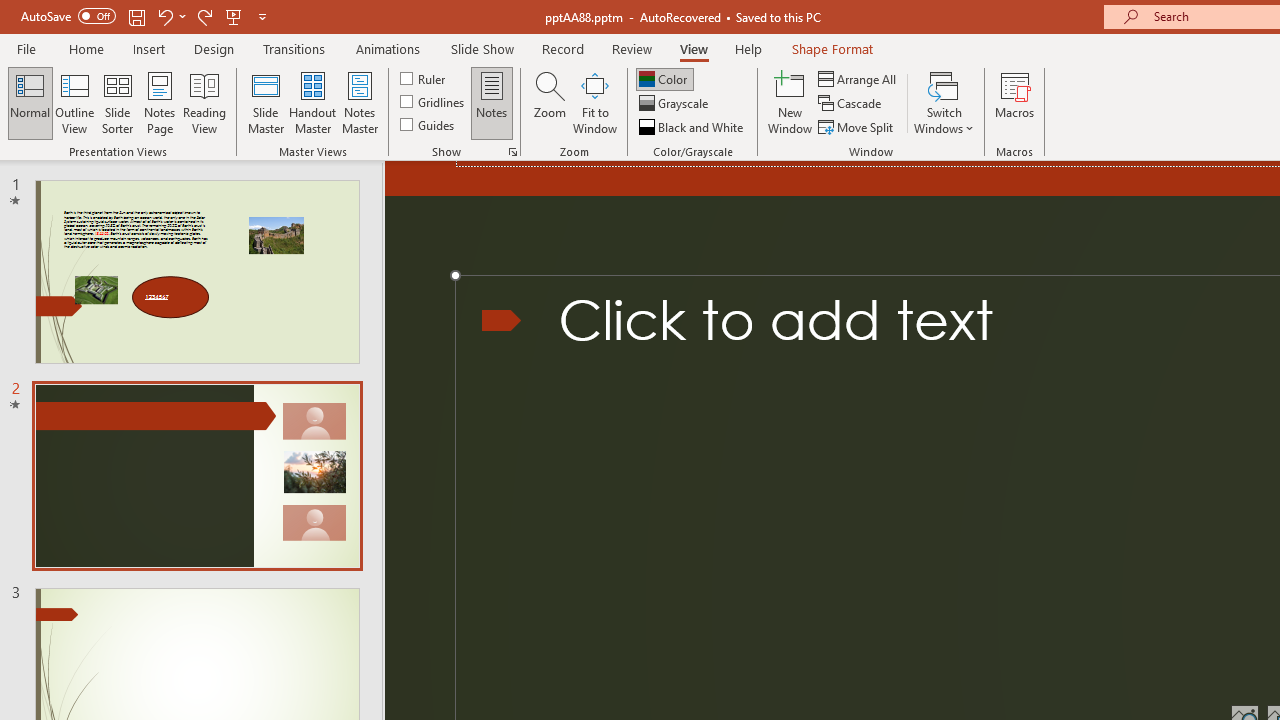 Image resolution: width=1280 pixels, height=720 pixels. I want to click on 'New Window', so click(789, 103).